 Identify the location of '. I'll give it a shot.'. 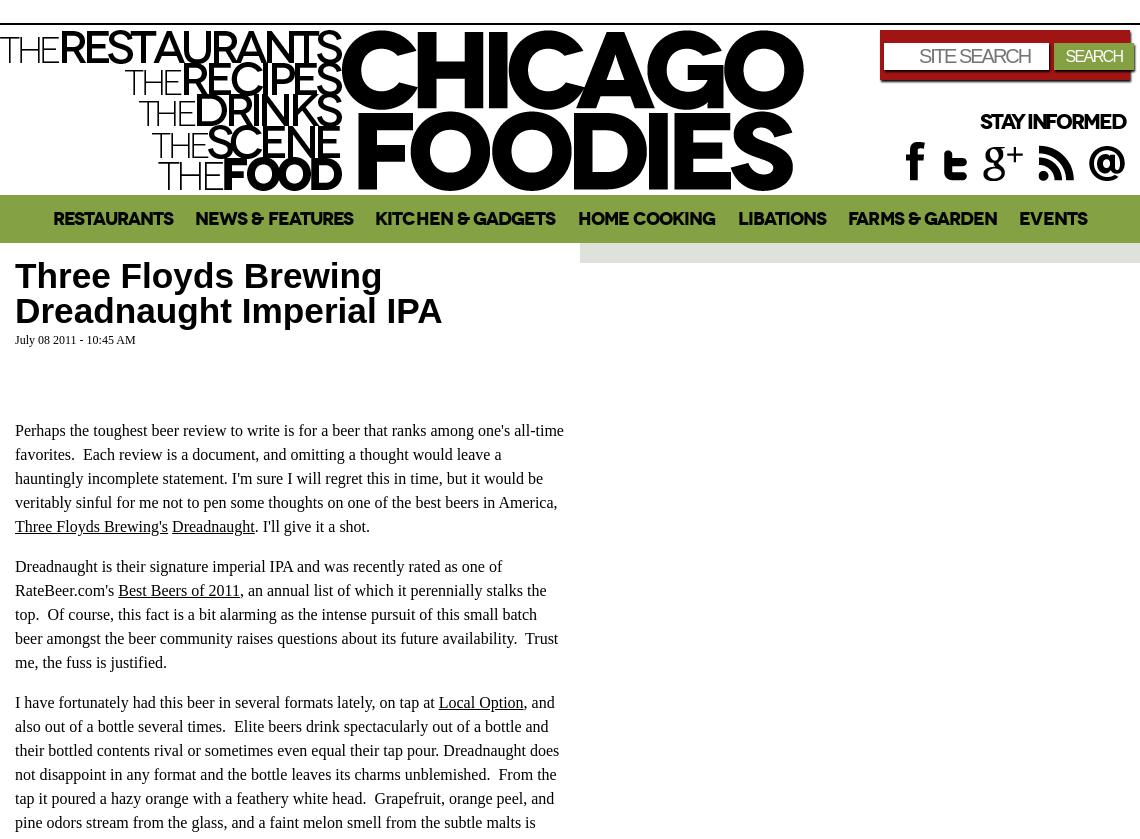
(312, 524).